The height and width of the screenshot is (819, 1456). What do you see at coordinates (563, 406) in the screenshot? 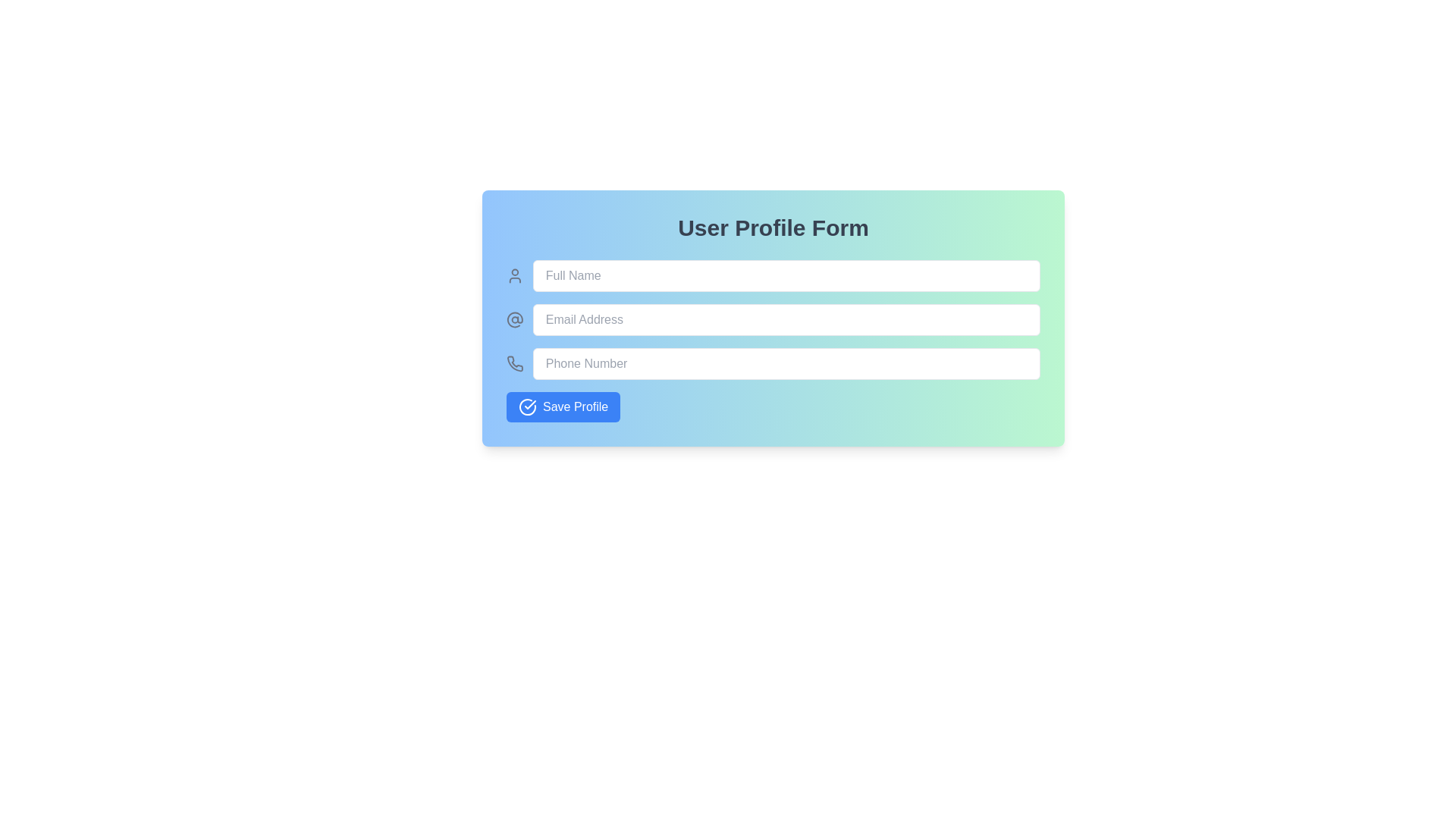
I see `the 'Save Profile' button with a blue background and a checkmark icon` at bounding box center [563, 406].